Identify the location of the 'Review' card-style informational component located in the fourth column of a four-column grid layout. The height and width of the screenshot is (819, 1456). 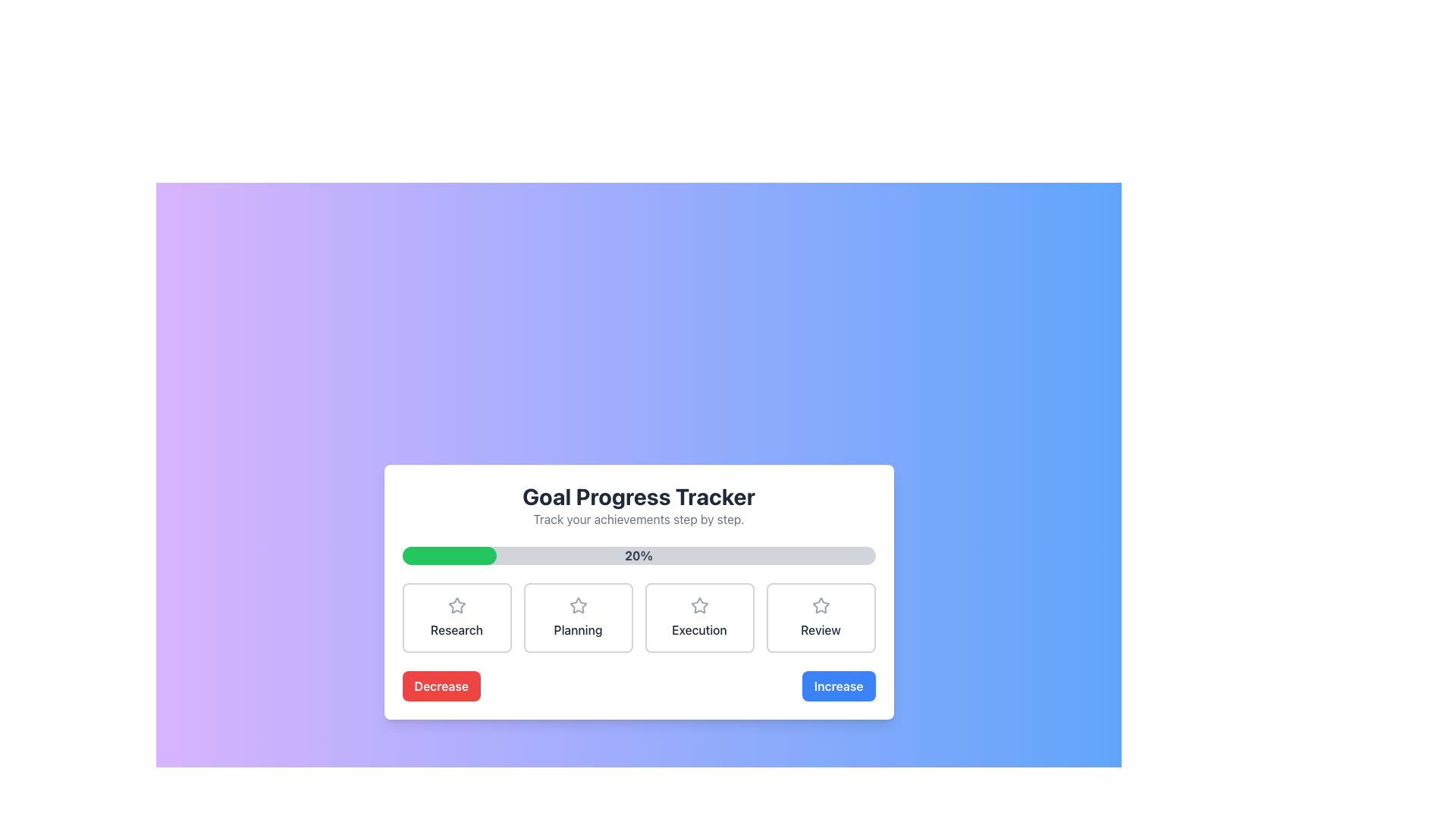
(820, 617).